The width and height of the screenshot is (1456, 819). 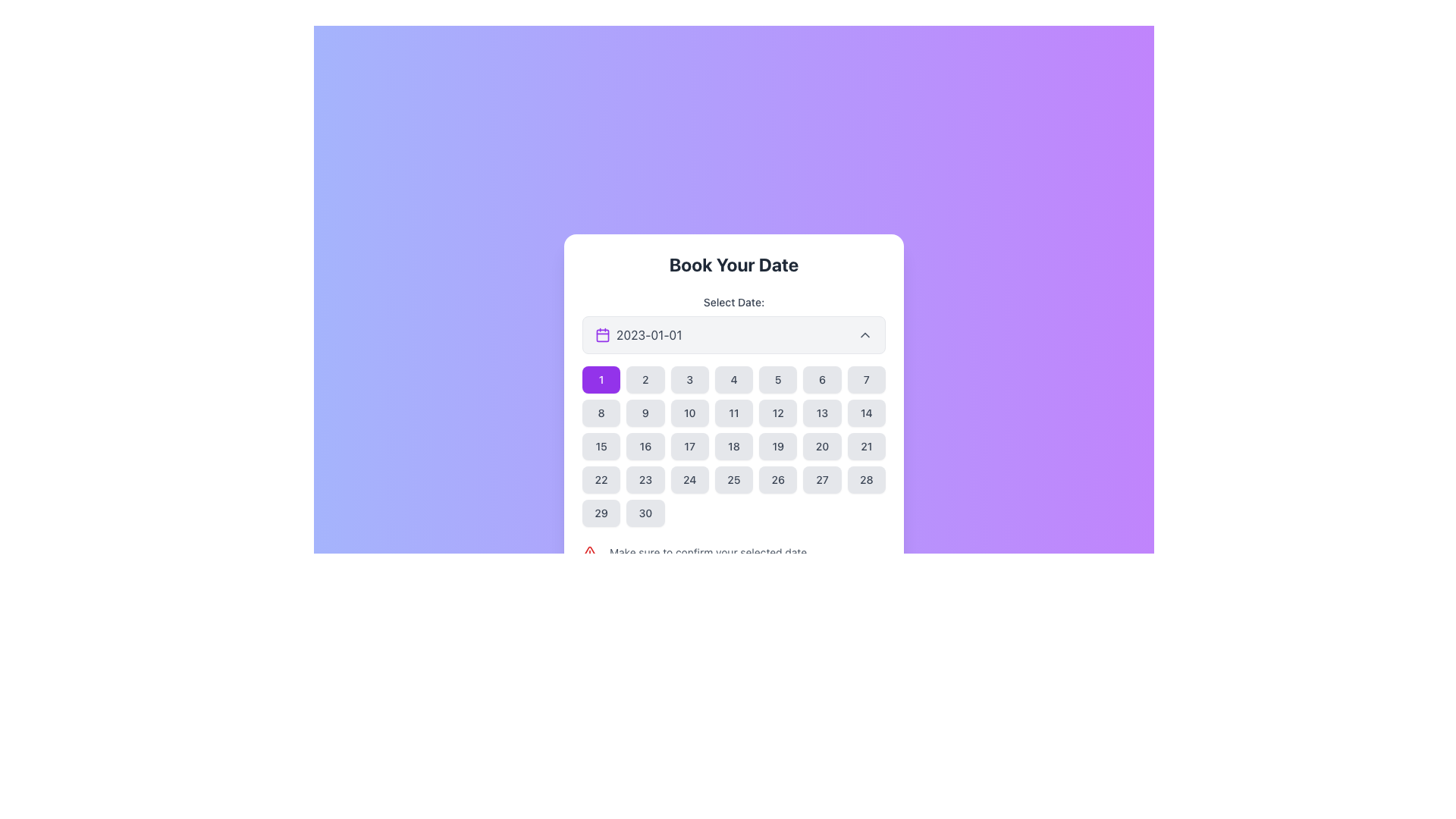 What do you see at coordinates (778, 479) in the screenshot?
I see `the button representing the 26th day in the date selector` at bounding box center [778, 479].